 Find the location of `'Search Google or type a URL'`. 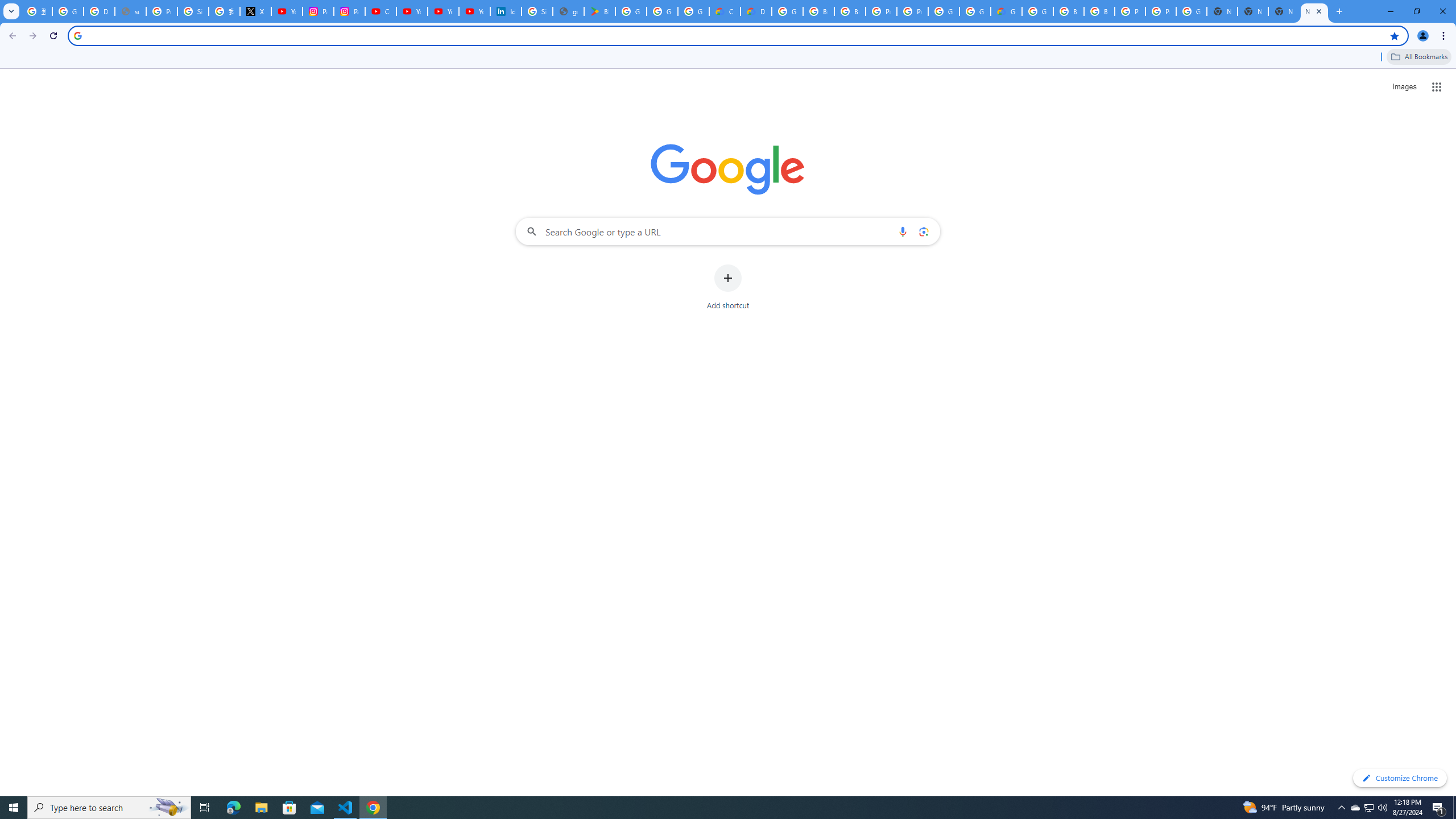

'Search Google or type a URL' is located at coordinates (728, 230).